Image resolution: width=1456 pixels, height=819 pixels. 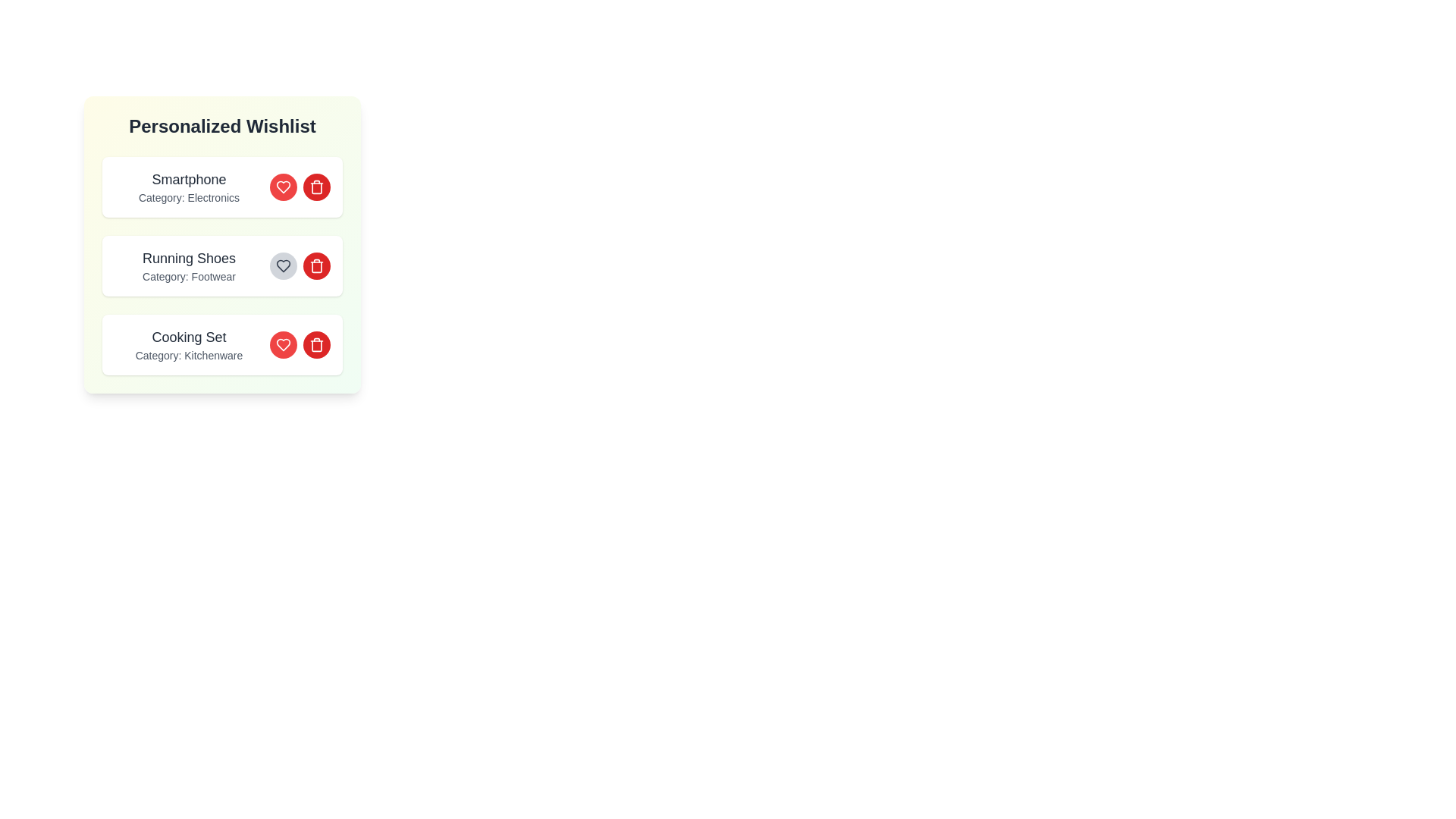 What do you see at coordinates (315, 265) in the screenshot?
I see `the delete button for the item with name Running Shoes` at bounding box center [315, 265].